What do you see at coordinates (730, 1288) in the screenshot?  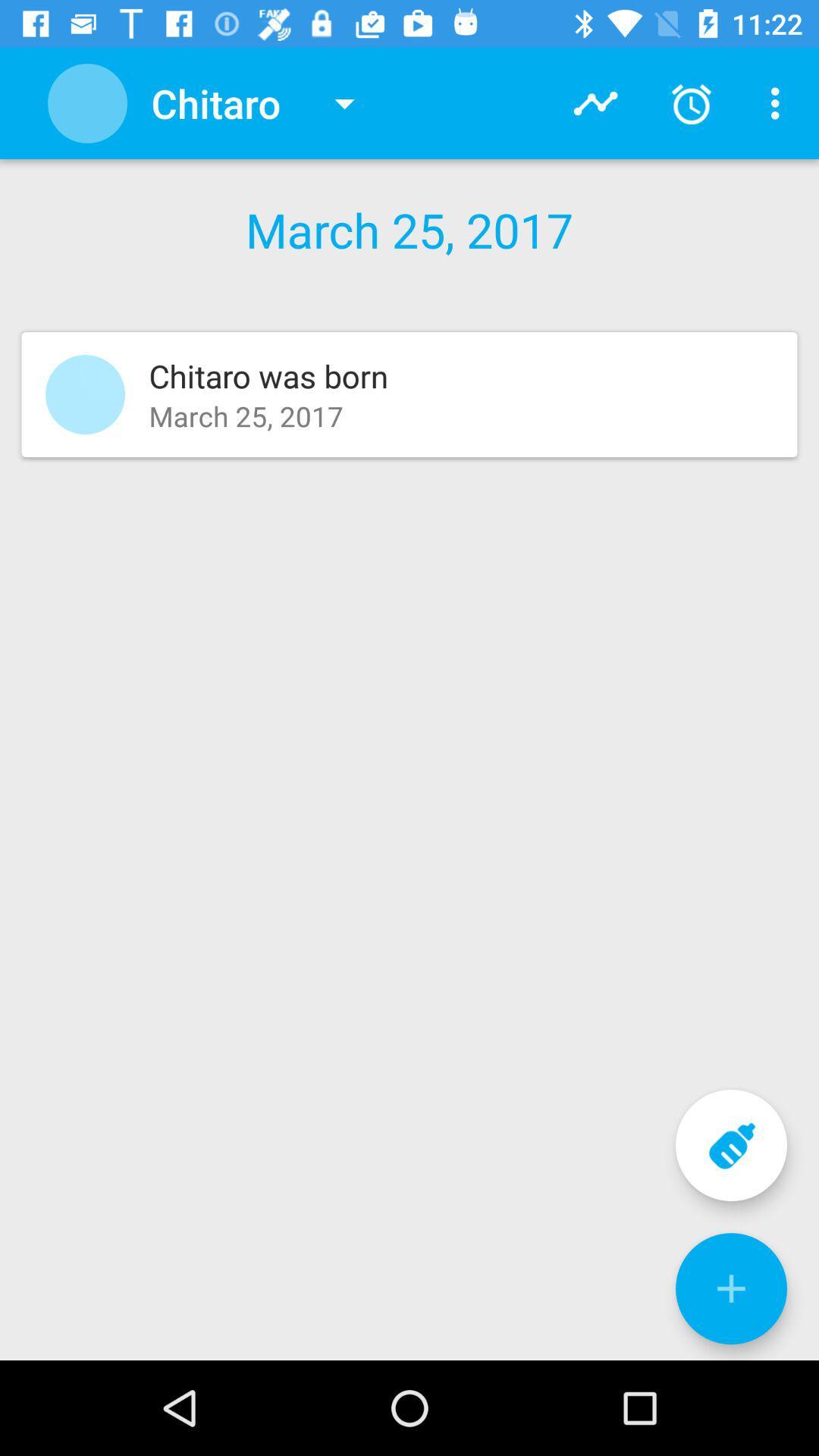 I see `the plus symbol in blue color` at bounding box center [730, 1288].